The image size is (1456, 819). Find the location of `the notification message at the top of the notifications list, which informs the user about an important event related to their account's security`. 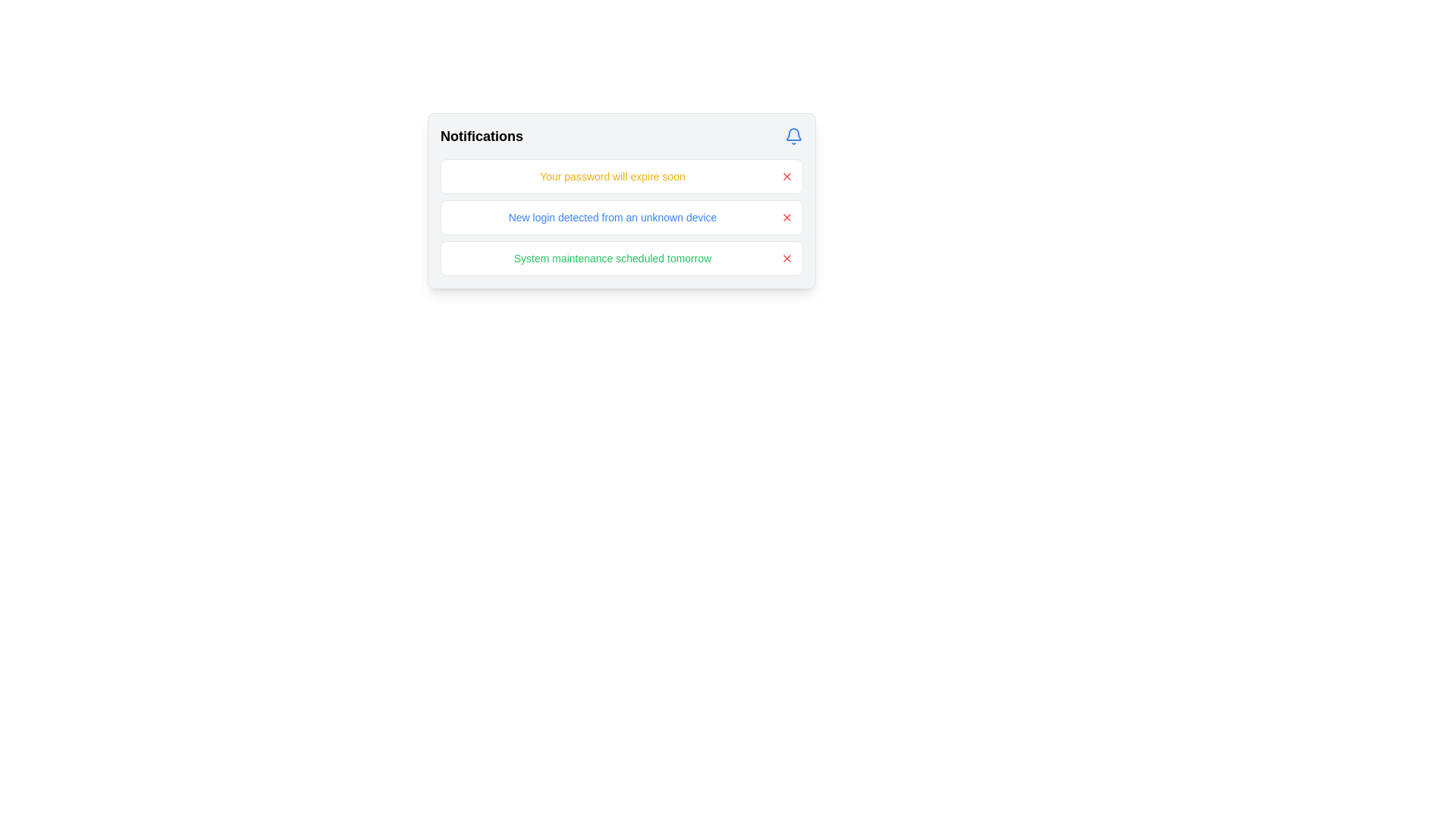

the notification message at the top of the notifications list, which informs the user about an important event related to their account's security is located at coordinates (612, 175).